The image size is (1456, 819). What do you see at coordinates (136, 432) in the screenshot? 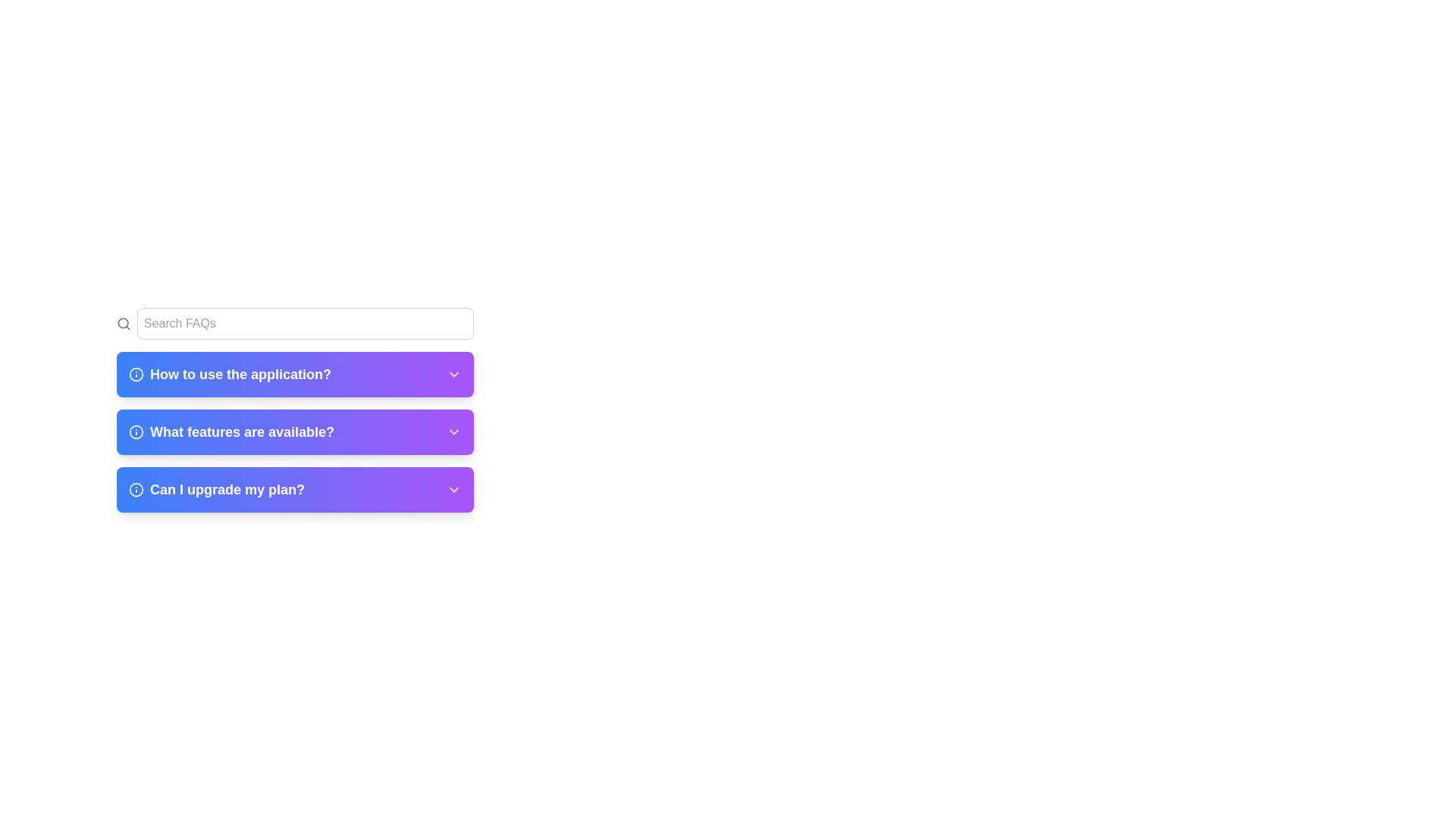
I see `the icon located on the left side of the second row, which contains the text 'What features are available?'` at bounding box center [136, 432].